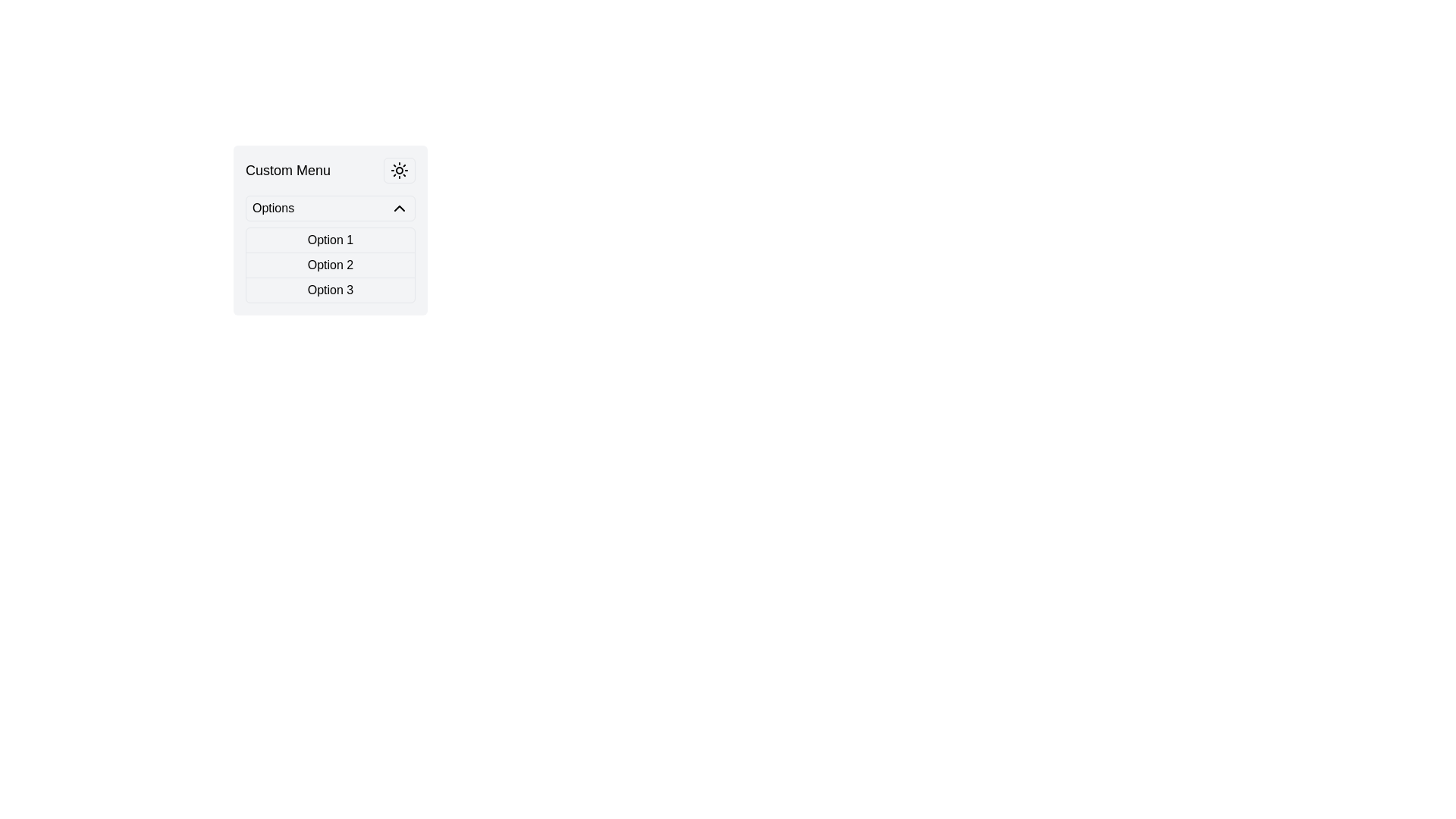 This screenshot has height=819, width=1456. What do you see at coordinates (400, 208) in the screenshot?
I see `the Chevron Up icon located within the Options section to potentially reveal a tooltip` at bounding box center [400, 208].